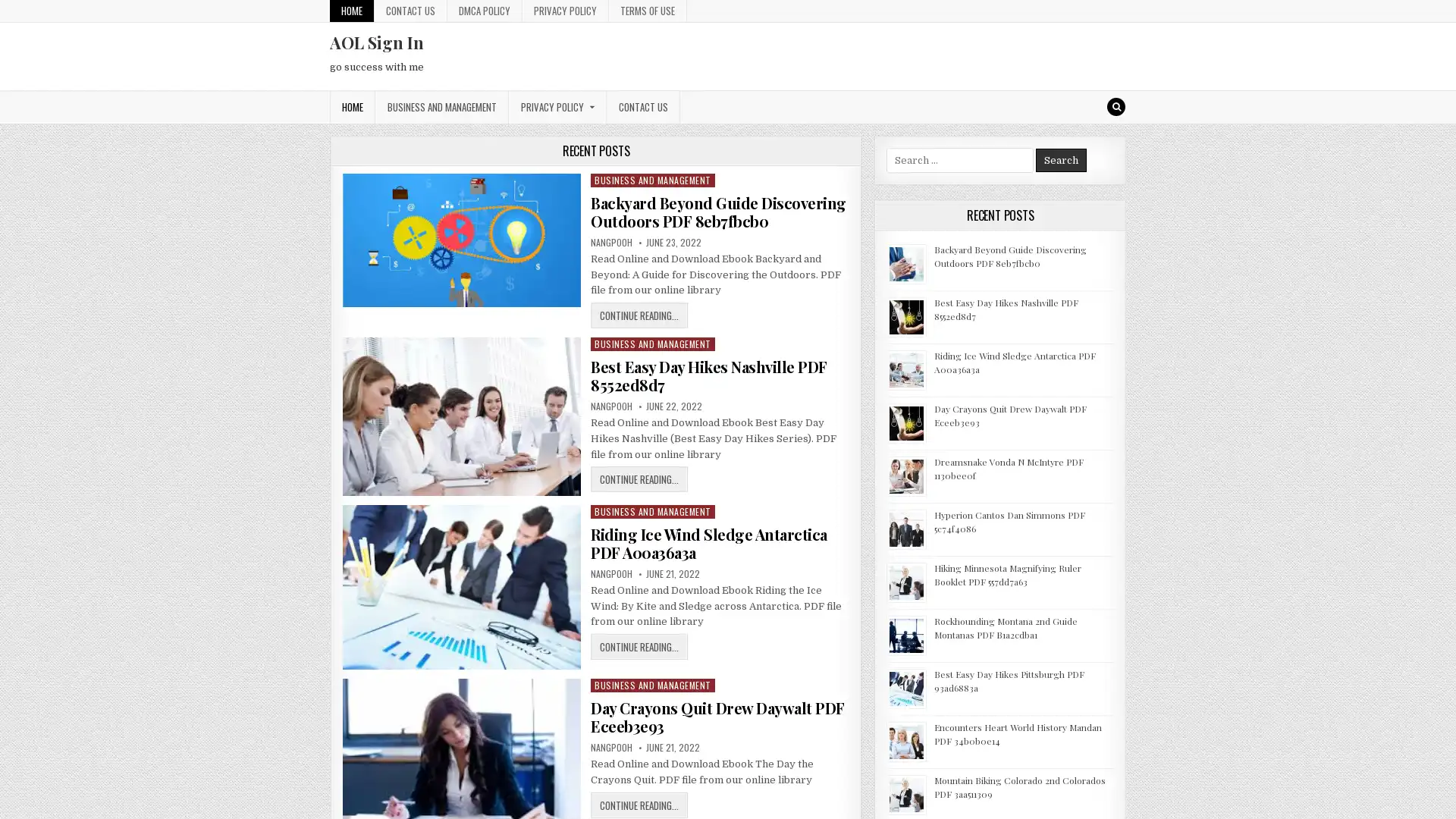  Describe the element at coordinates (1060, 160) in the screenshot. I see `Search` at that location.